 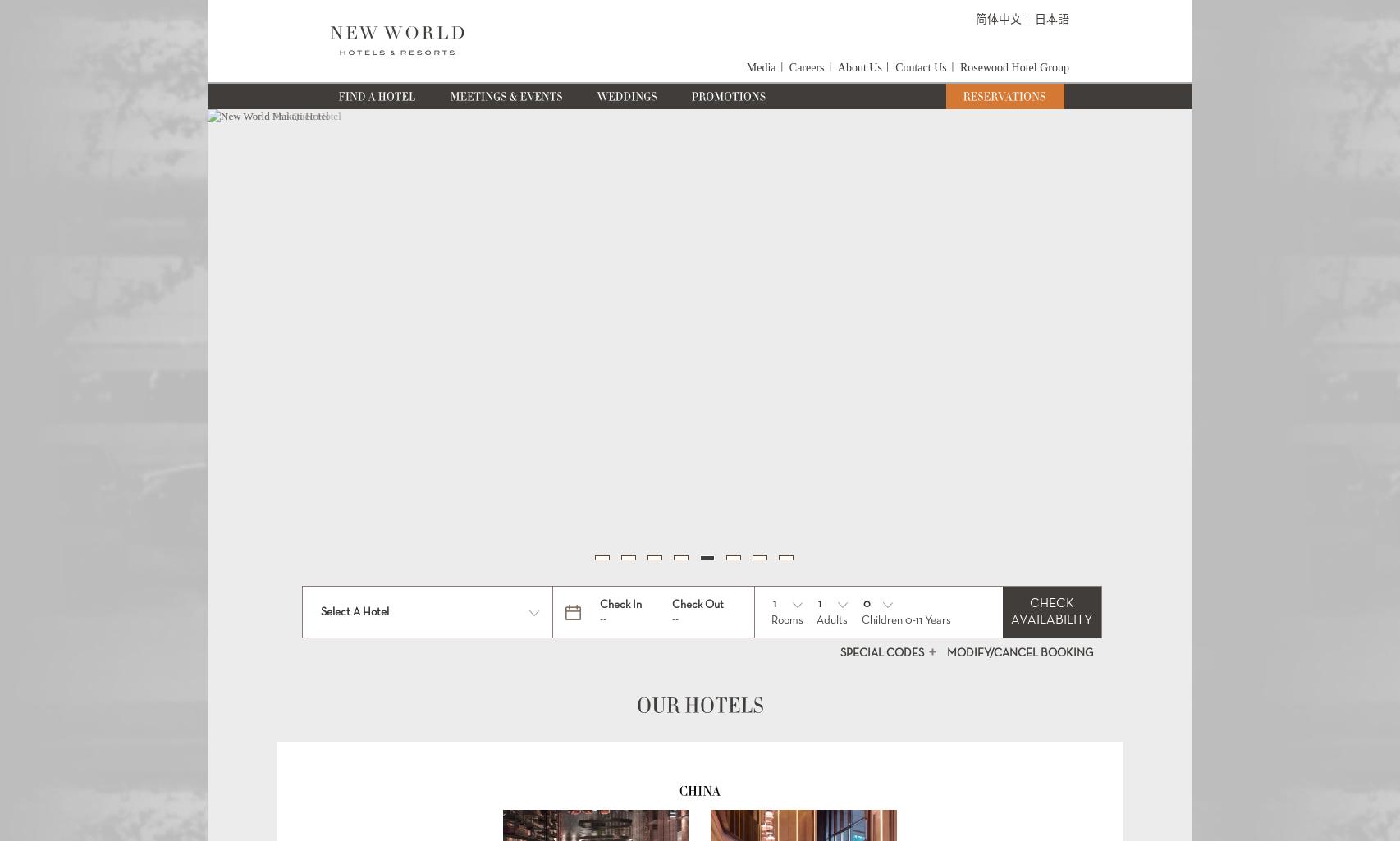 What do you see at coordinates (619, 604) in the screenshot?
I see `'Check In'` at bounding box center [619, 604].